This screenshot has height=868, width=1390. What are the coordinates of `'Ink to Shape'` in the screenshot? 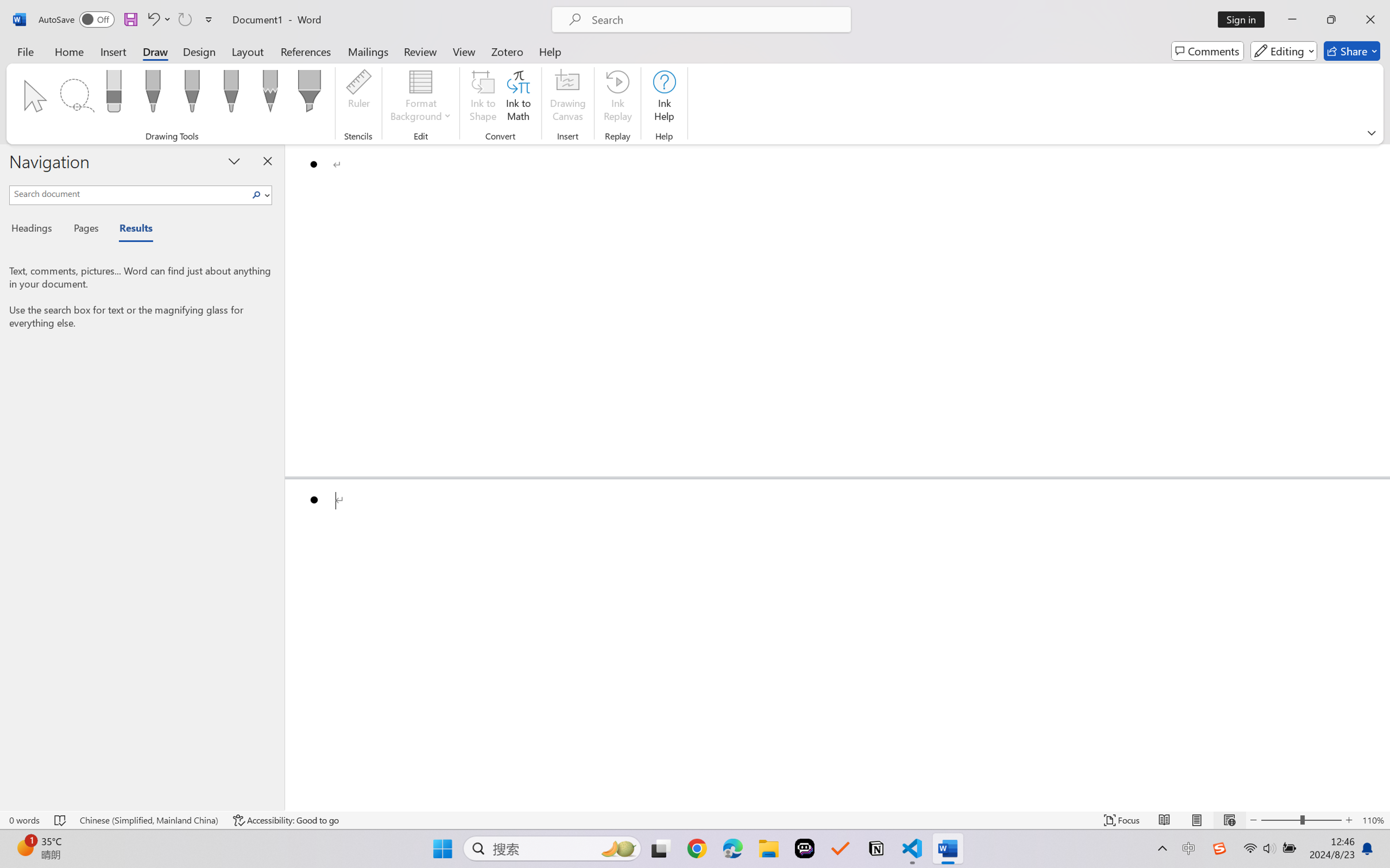 It's located at (482, 98).